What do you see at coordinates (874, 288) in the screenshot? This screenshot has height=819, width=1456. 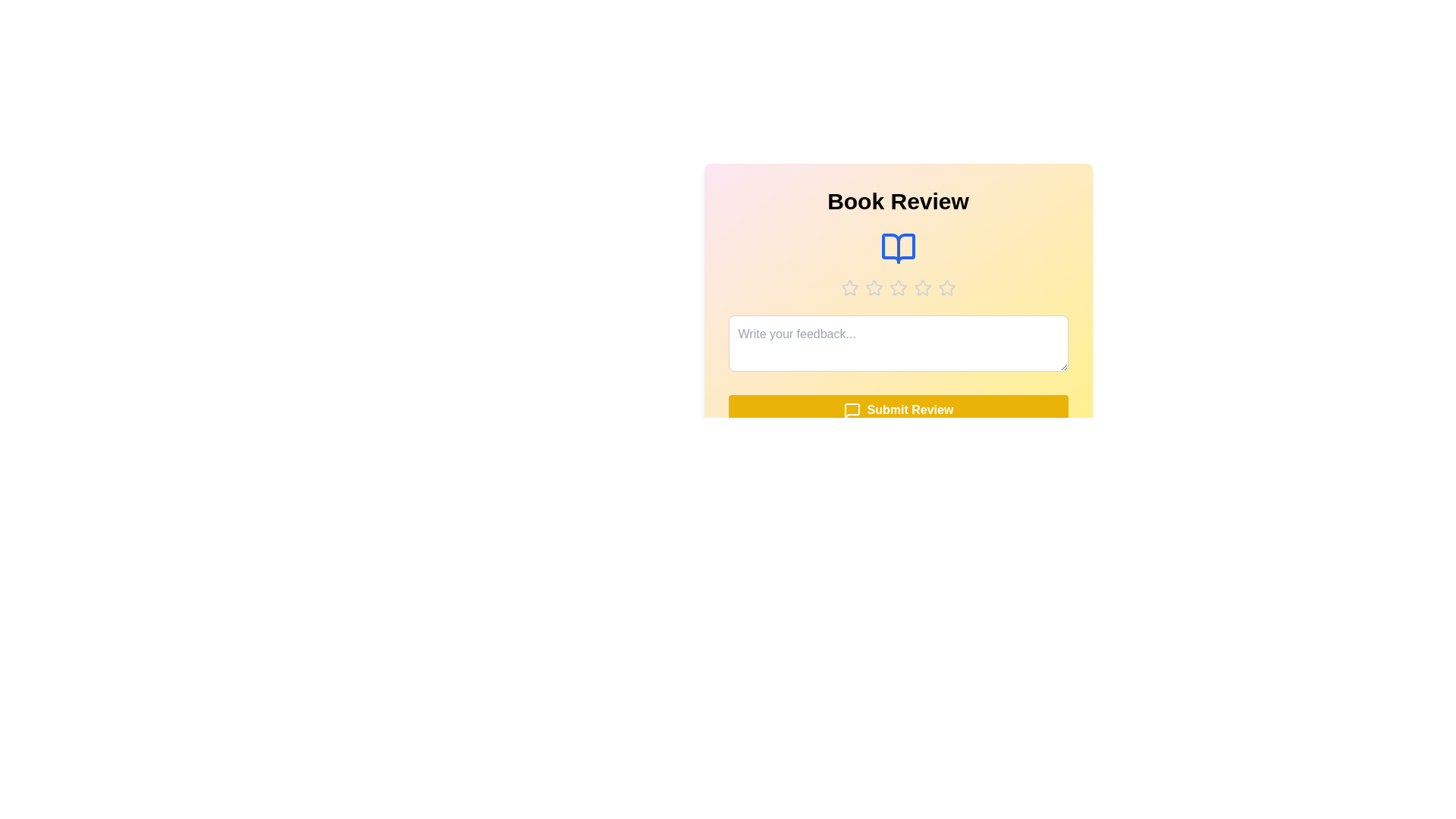 I see `the star corresponding to the desired rating 2` at bounding box center [874, 288].